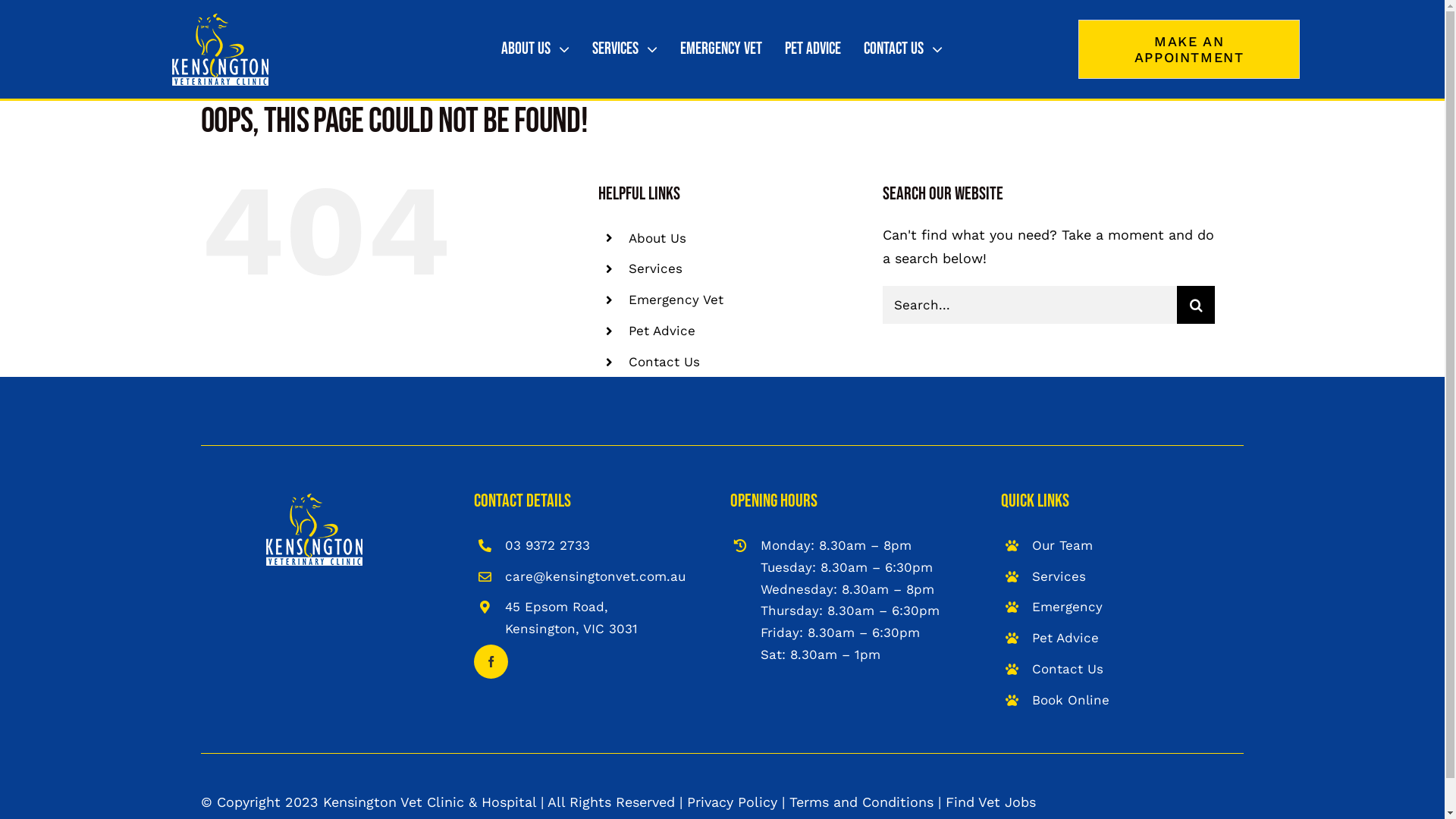 Image resolution: width=1456 pixels, height=819 pixels. What do you see at coordinates (811, 49) in the screenshot?
I see `'PET ADVICE'` at bounding box center [811, 49].